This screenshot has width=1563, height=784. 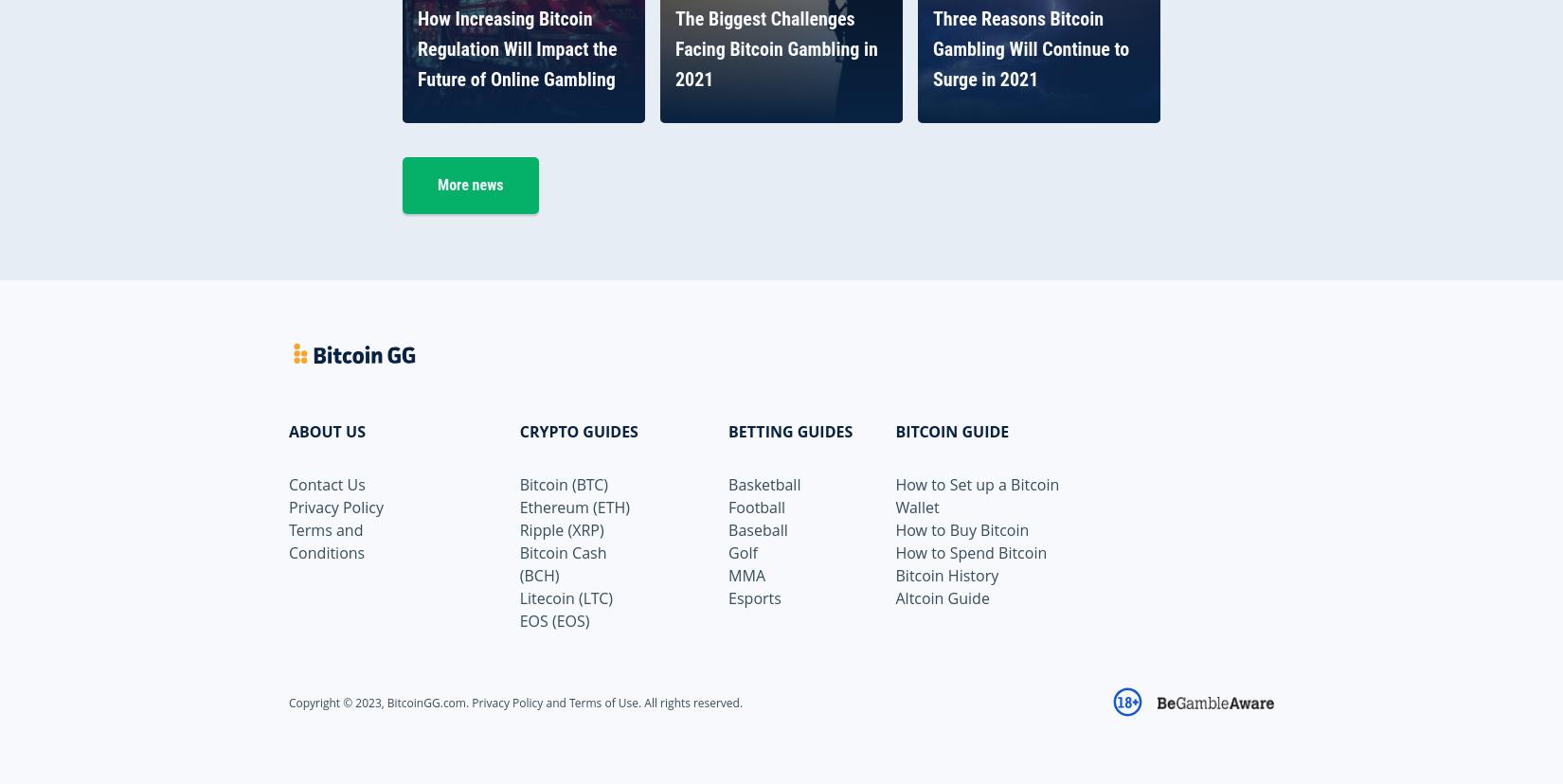 What do you see at coordinates (775, 47) in the screenshot?
I see `'The Biggest Challenges Facing Bitcoin Gambling in 2021'` at bounding box center [775, 47].